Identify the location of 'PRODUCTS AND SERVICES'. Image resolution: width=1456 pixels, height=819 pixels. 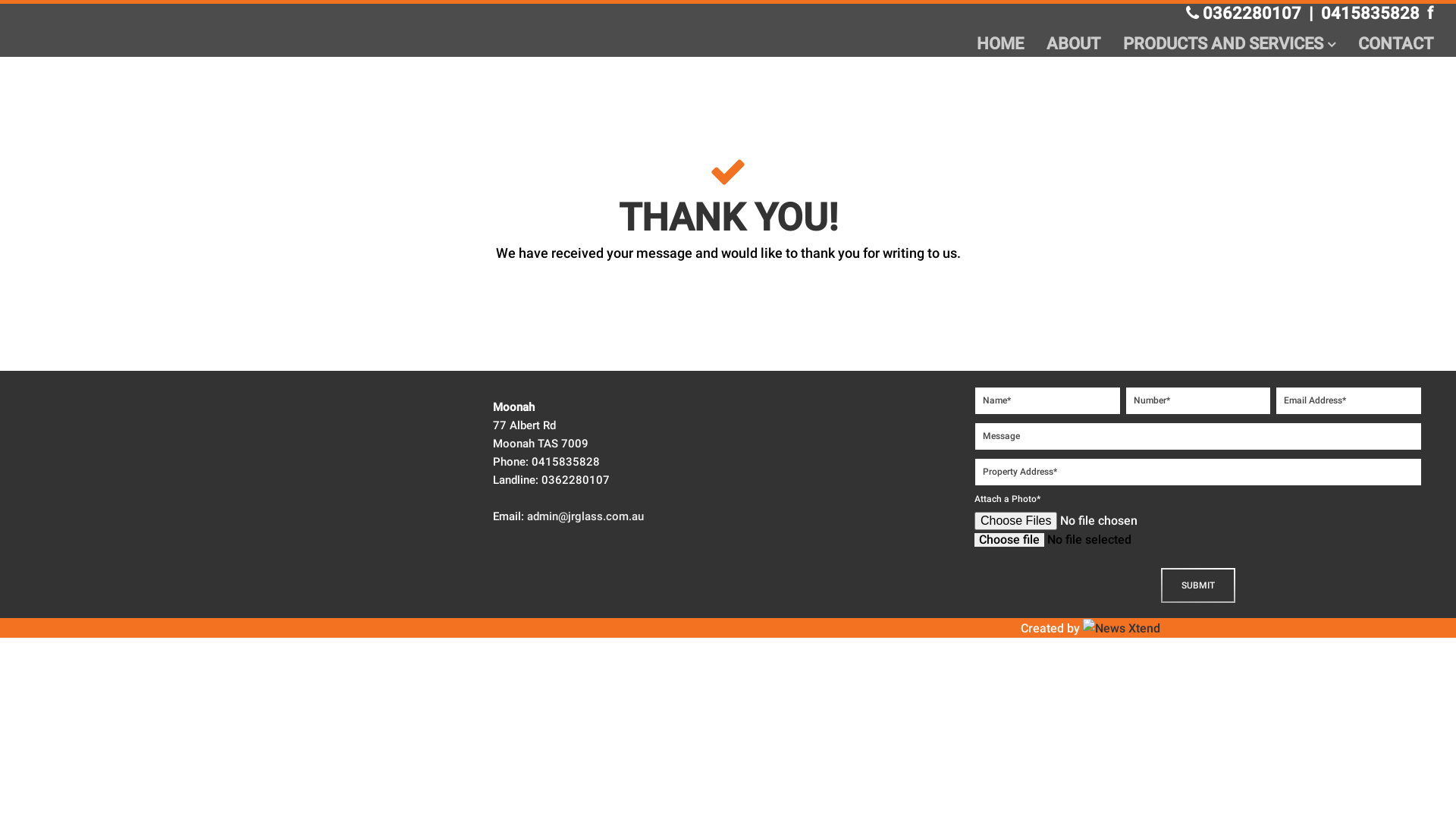
(1229, 43).